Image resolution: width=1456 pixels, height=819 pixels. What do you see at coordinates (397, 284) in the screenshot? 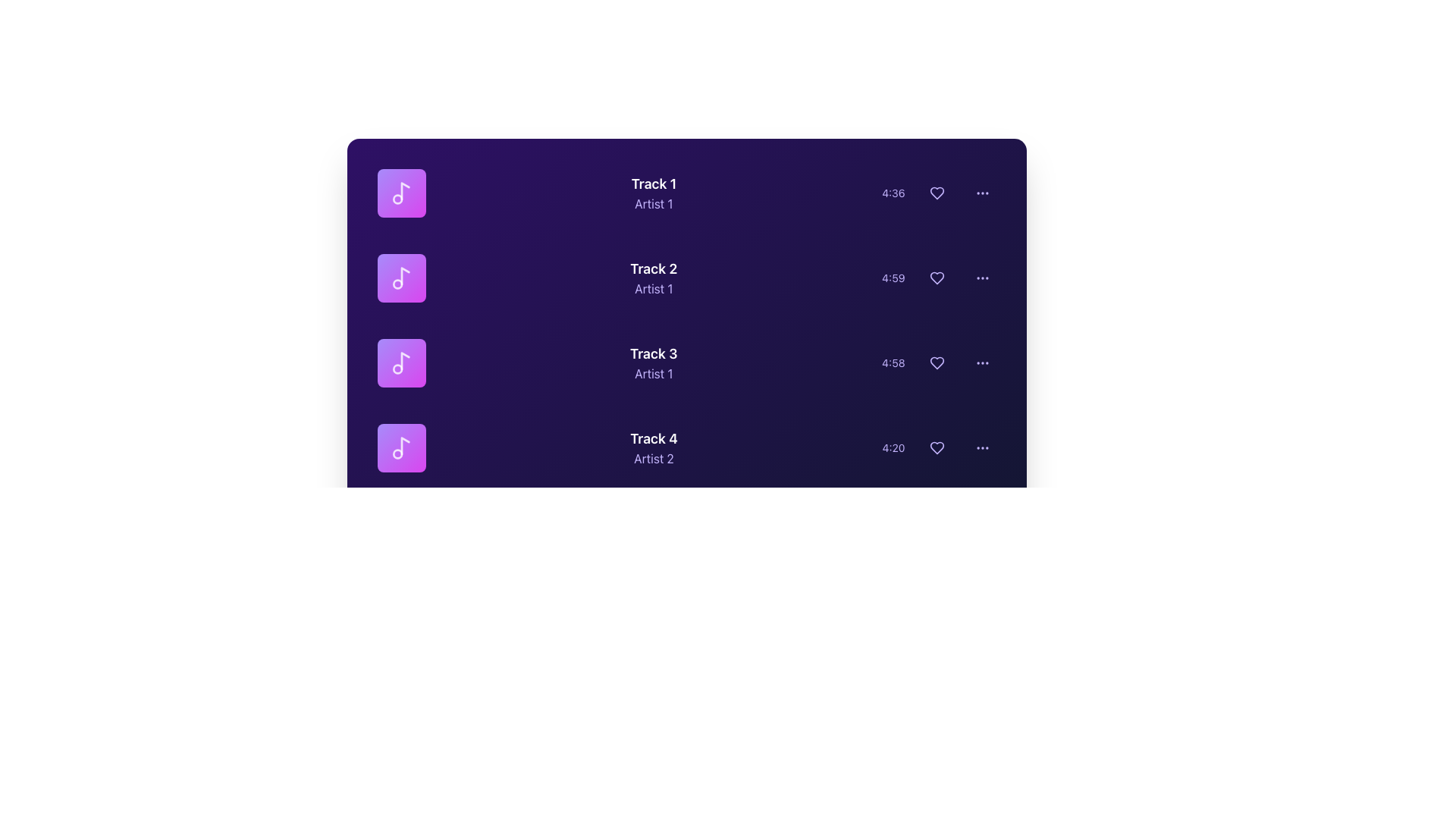
I see `the decorative circle representing part of the musical note icon for 'Track 2' in the vertically stacked list of tracks` at bounding box center [397, 284].